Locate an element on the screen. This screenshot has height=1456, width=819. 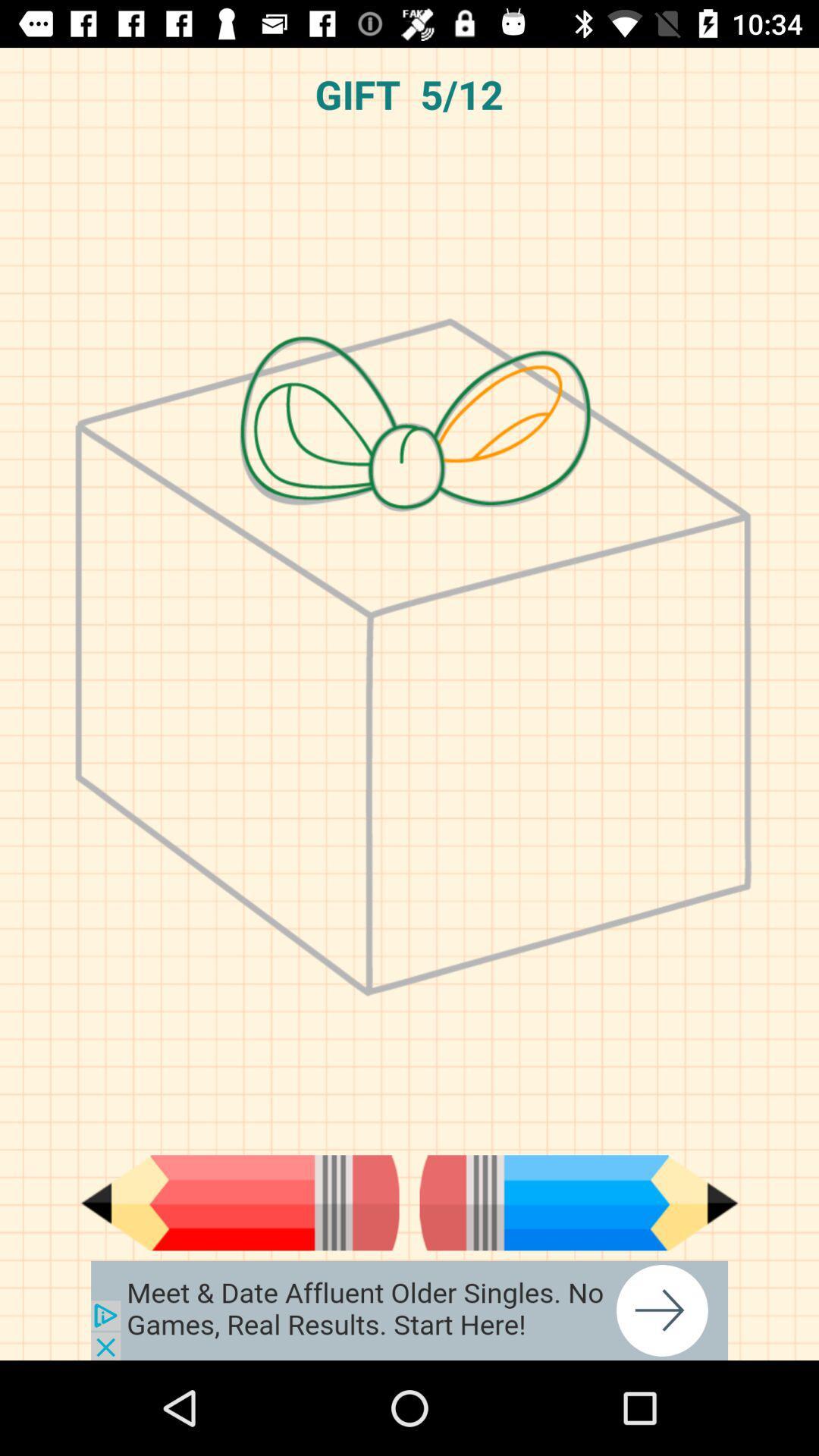
next is located at coordinates (579, 1202).